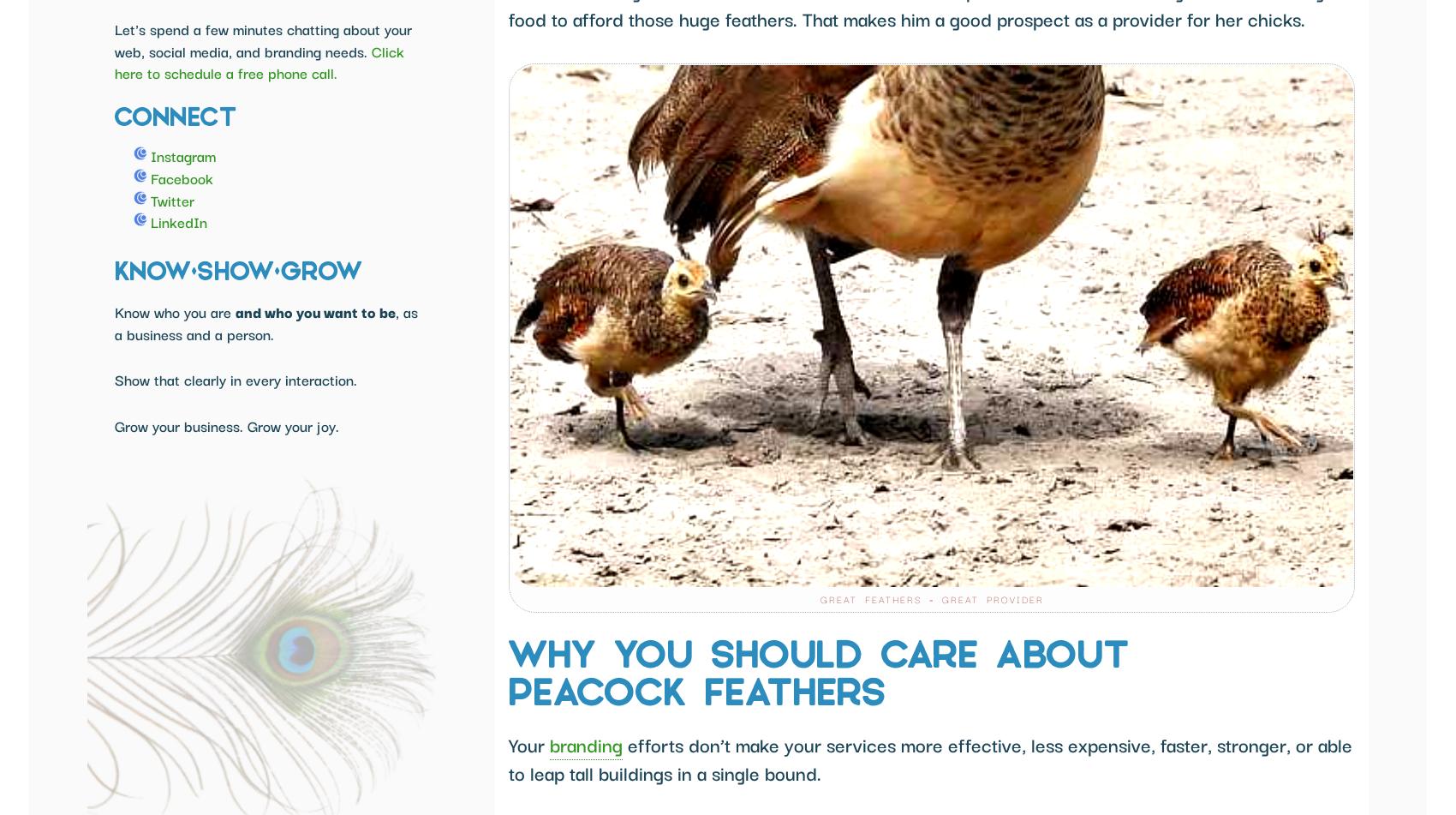 The width and height of the screenshot is (1456, 815). I want to click on ', as a business and a person.', so click(266, 322).